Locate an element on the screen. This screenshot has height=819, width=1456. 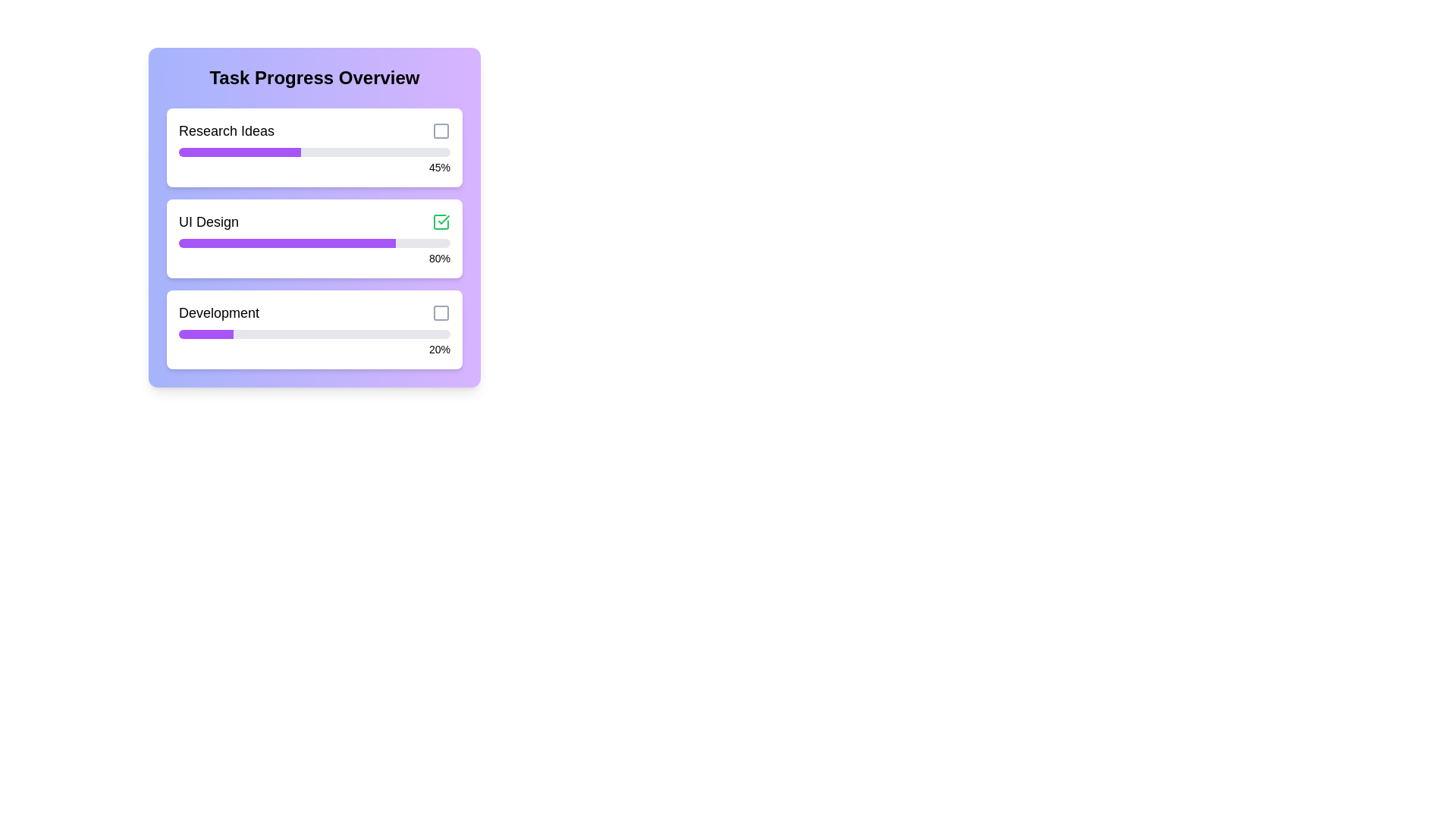
the progress bar indicating 20% development progress, located centrally within the 'Development' card is located at coordinates (313, 333).